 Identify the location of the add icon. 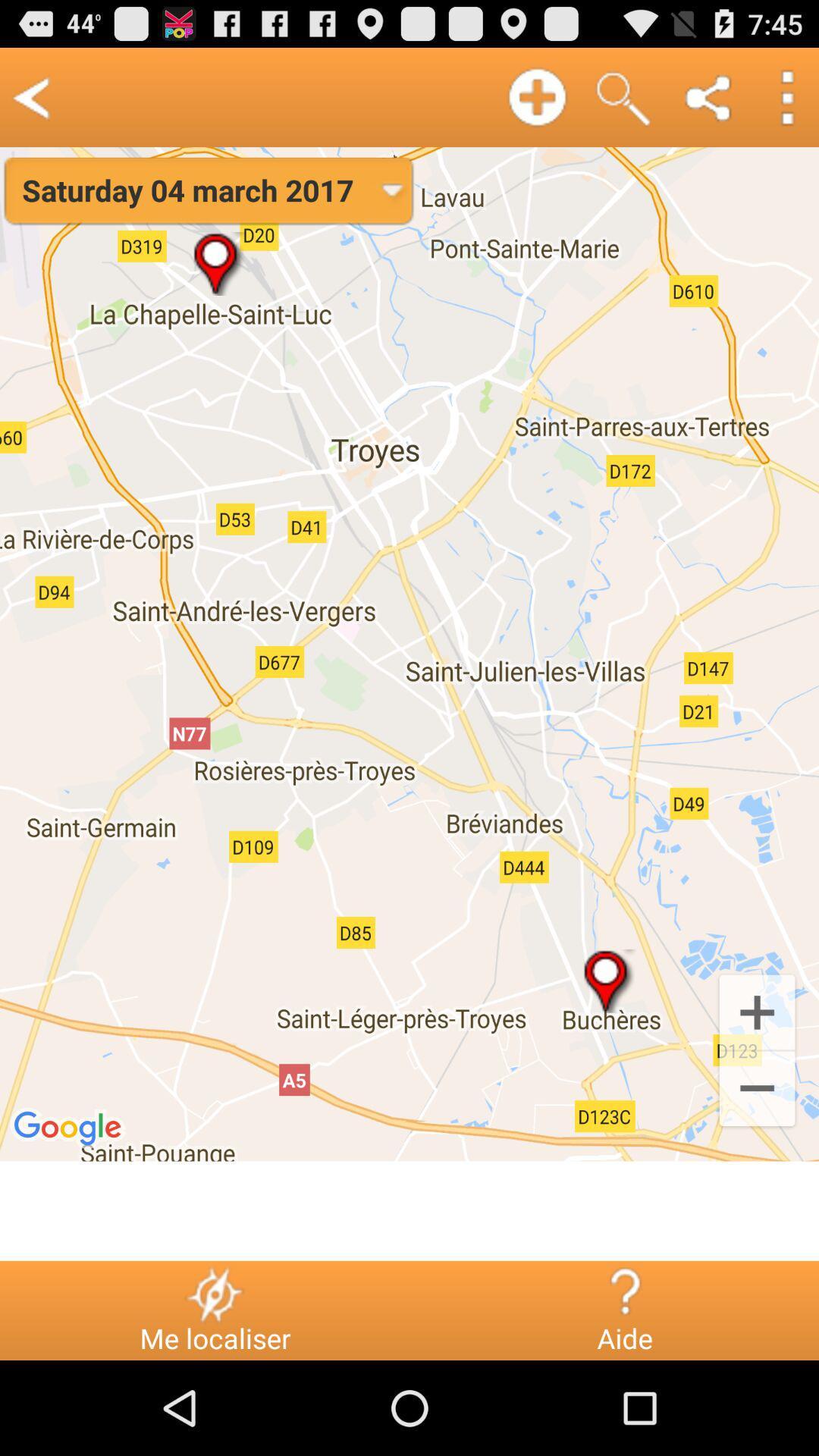
(536, 103).